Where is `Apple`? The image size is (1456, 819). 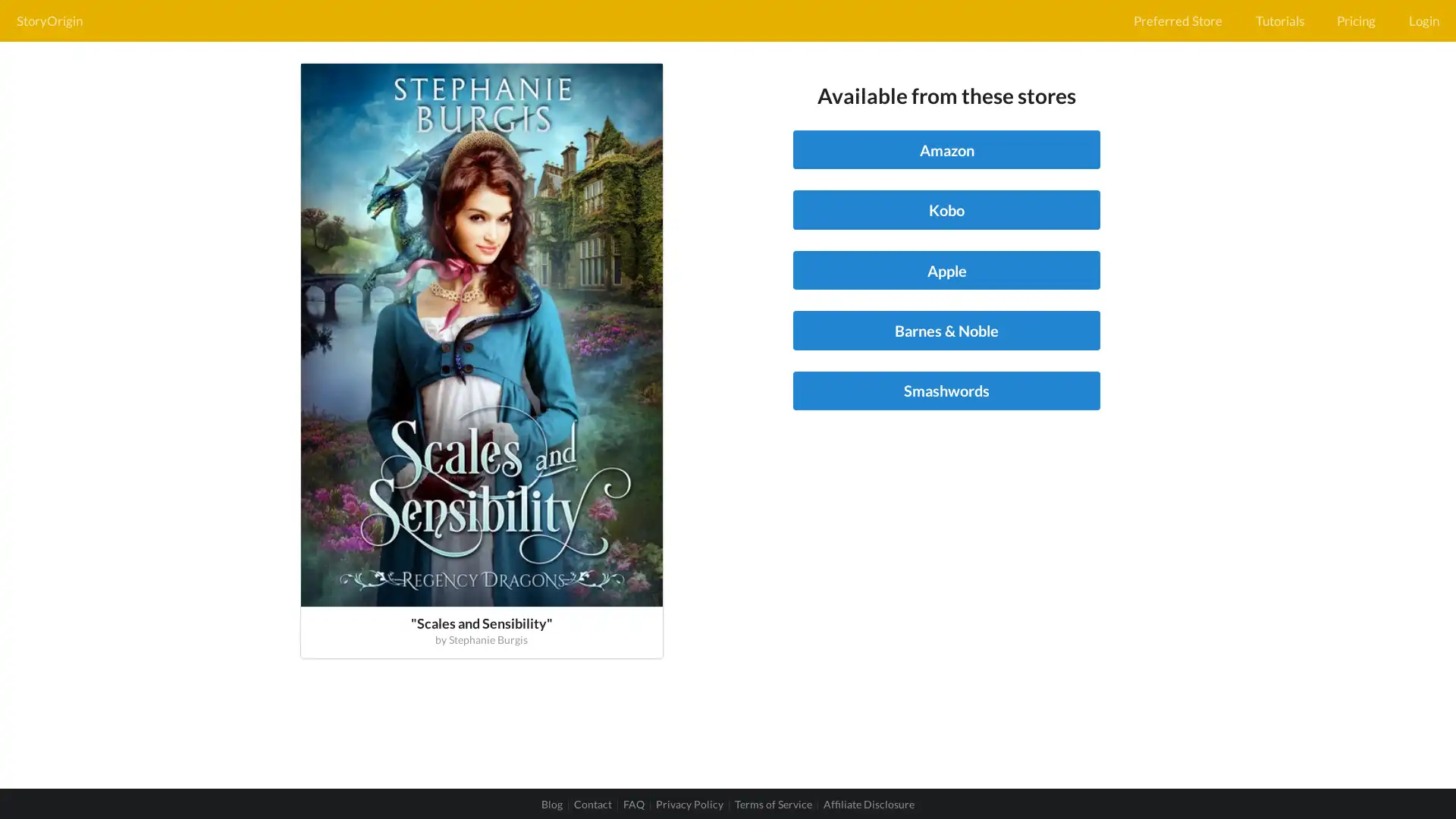 Apple is located at coordinates (946, 268).